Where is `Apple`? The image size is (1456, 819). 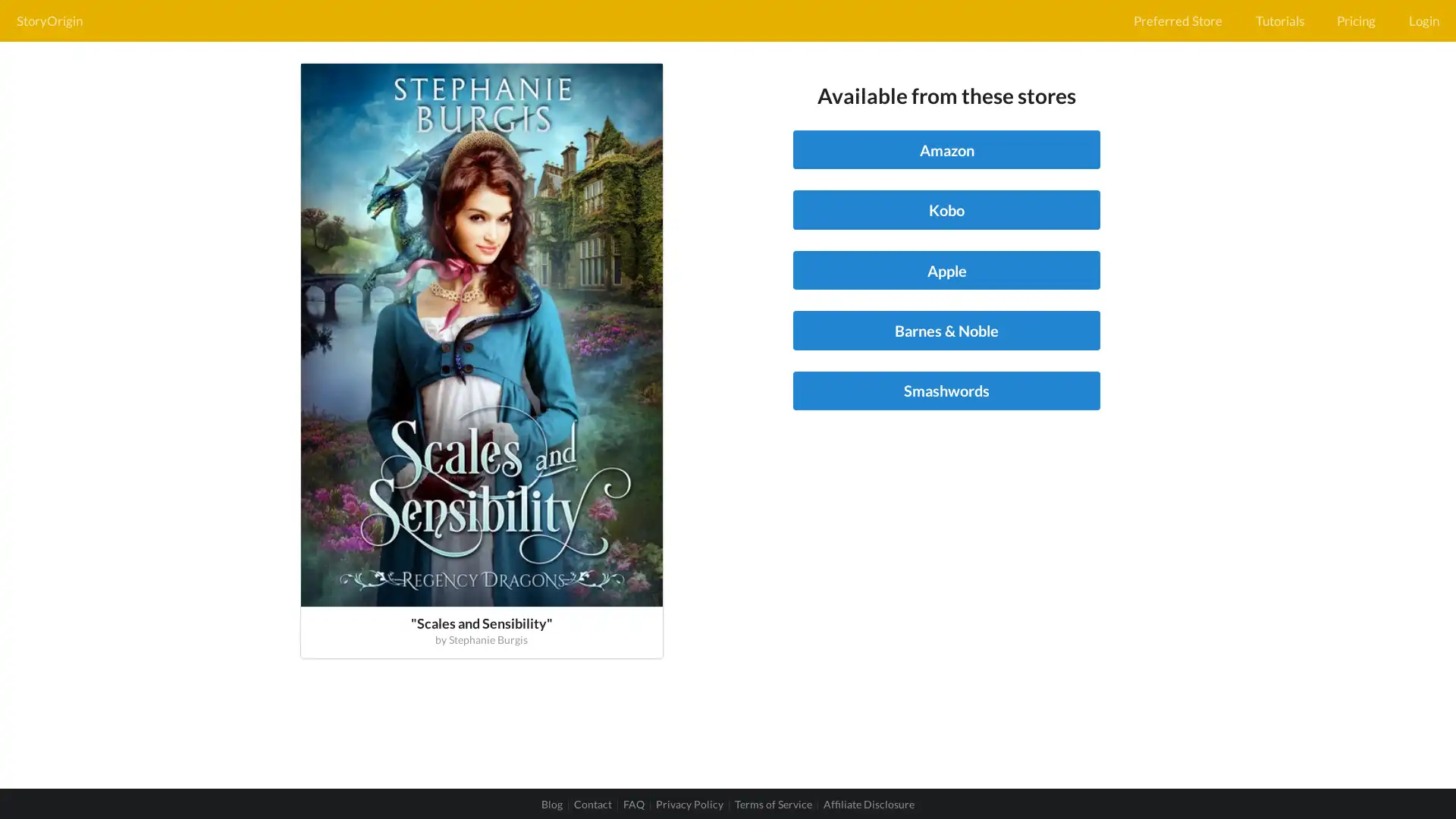 Apple is located at coordinates (946, 268).